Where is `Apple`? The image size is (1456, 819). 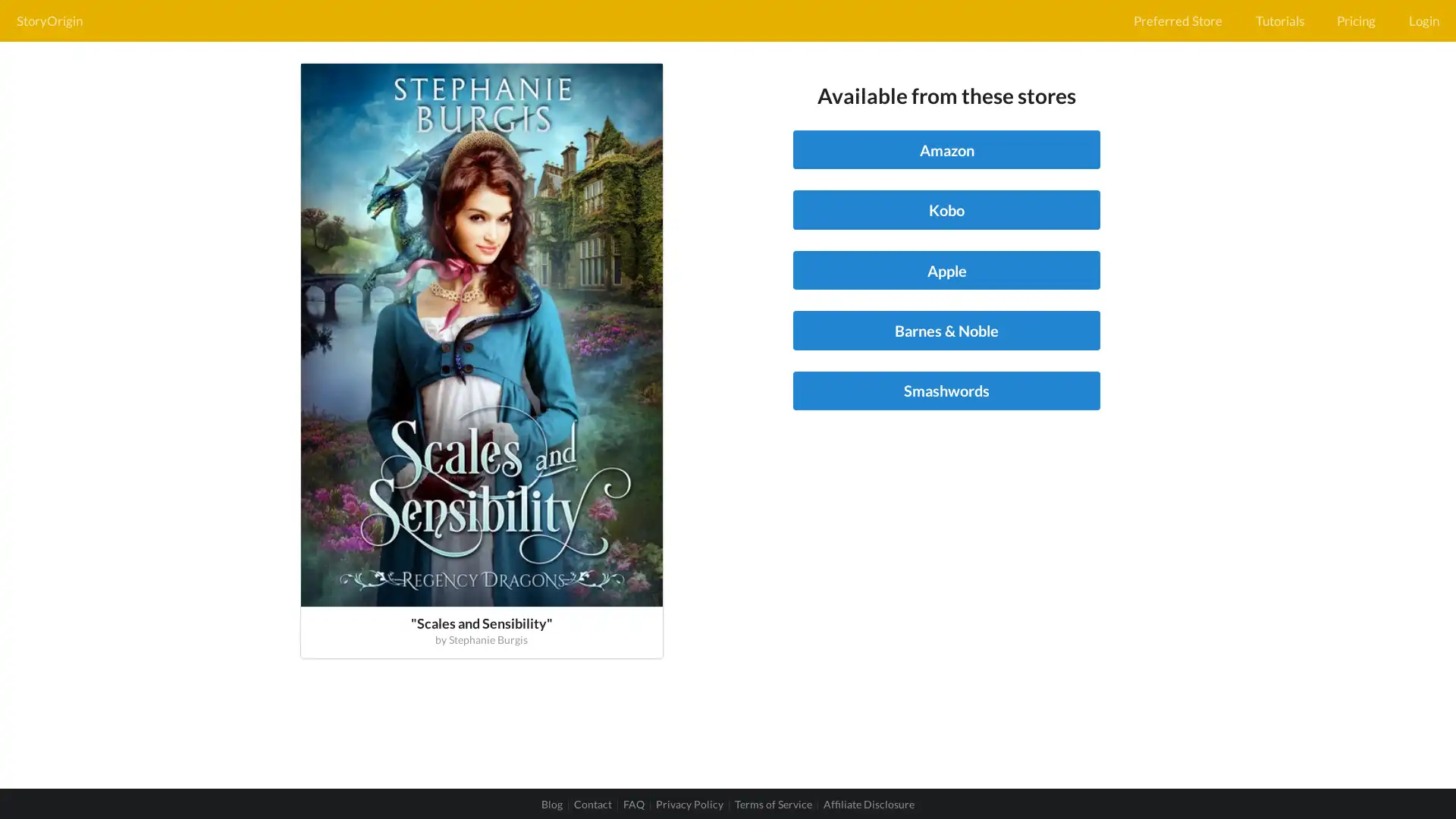 Apple is located at coordinates (946, 268).